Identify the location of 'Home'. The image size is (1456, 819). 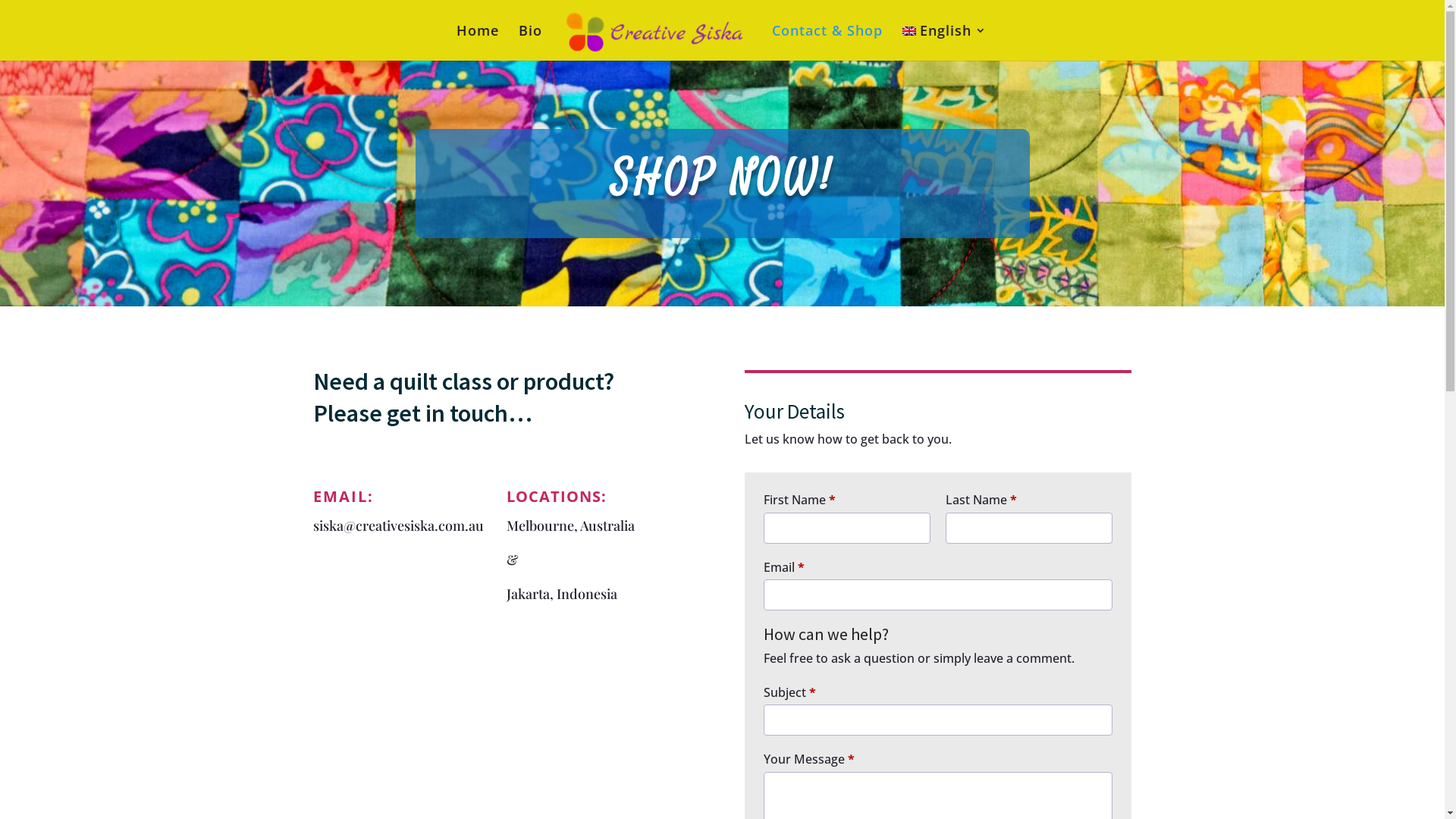
(476, 42).